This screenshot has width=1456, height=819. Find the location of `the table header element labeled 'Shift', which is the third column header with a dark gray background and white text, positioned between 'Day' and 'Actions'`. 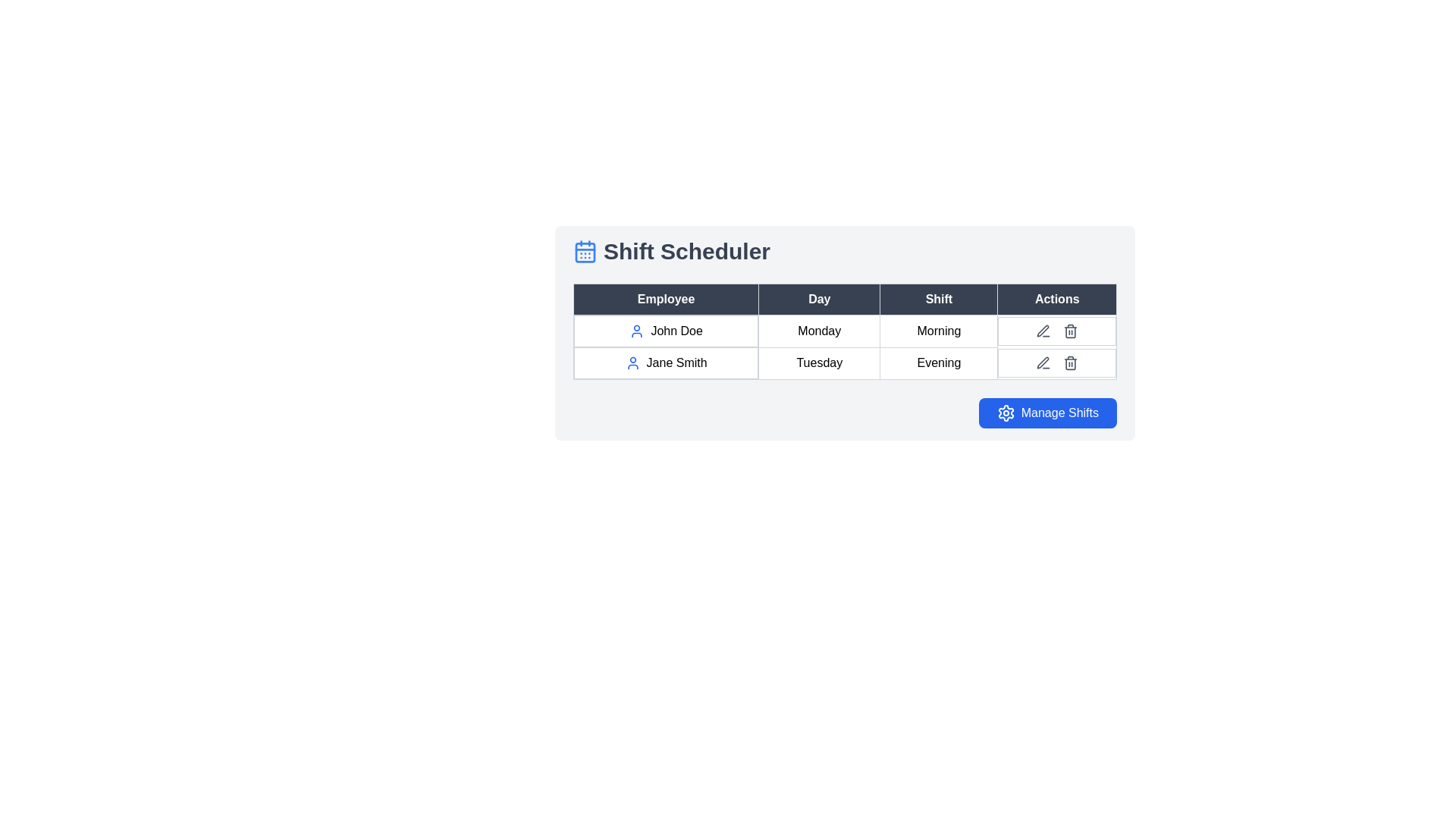

the table header element labeled 'Shift', which is the third column header with a dark gray background and white text, positioned between 'Day' and 'Actions' is located at coordinates (938, 299).